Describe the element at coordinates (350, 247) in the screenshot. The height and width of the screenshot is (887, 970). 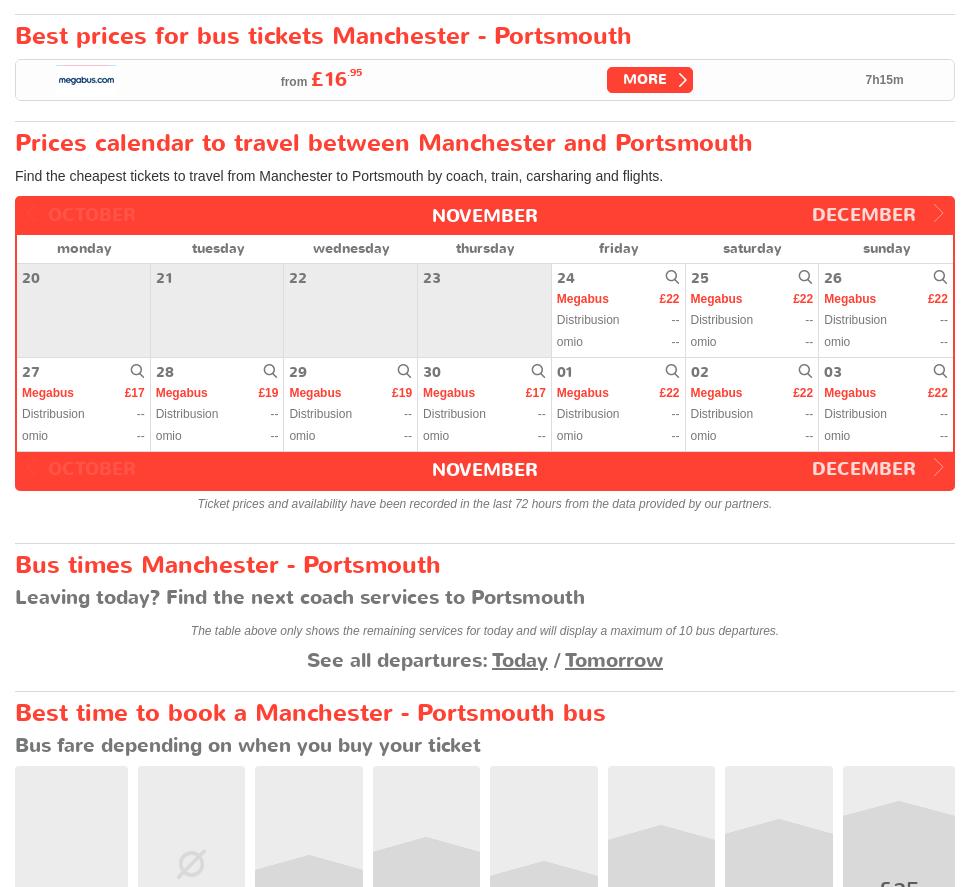
I see `'wednesday'` at that location.